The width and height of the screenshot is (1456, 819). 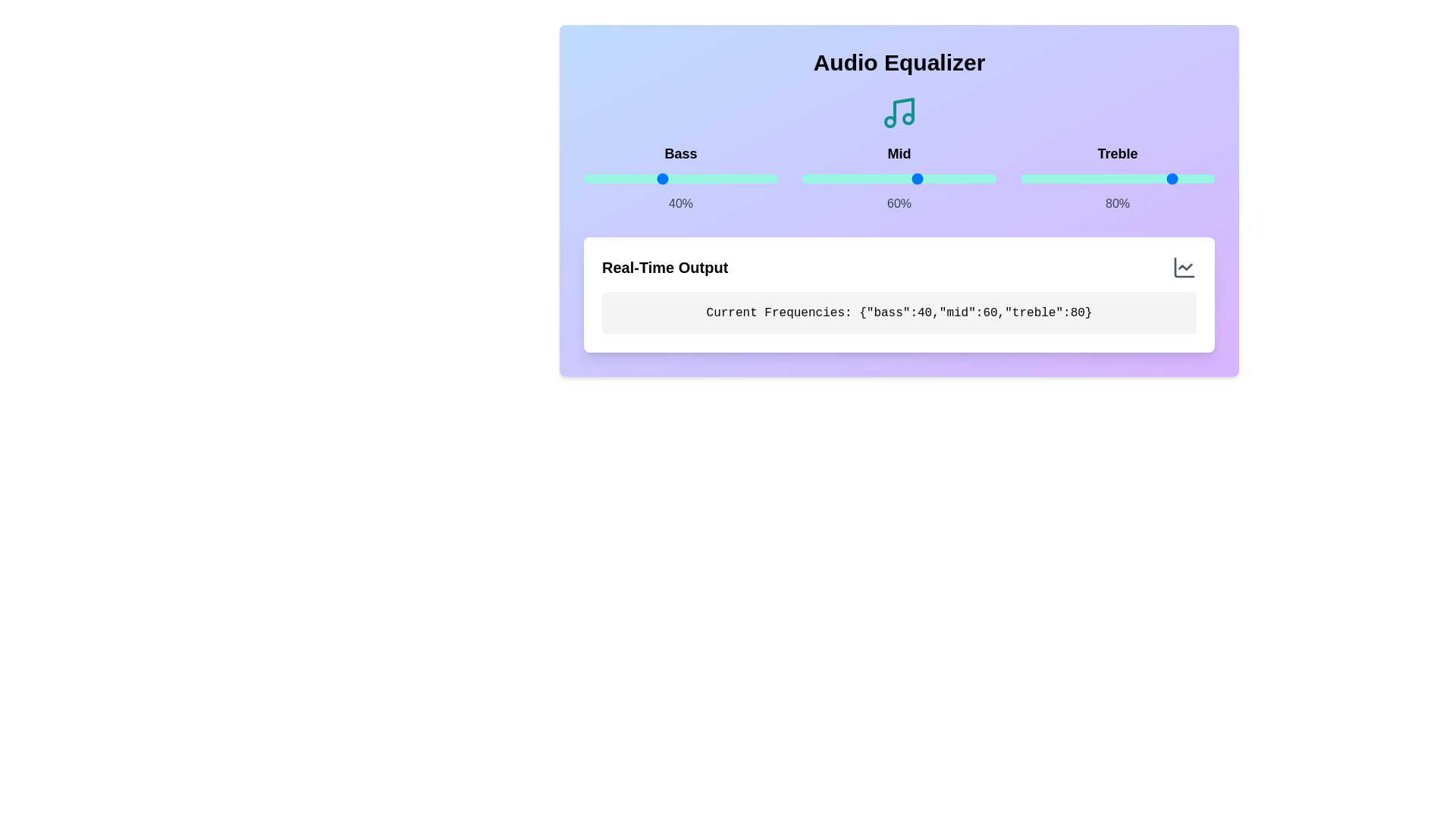 I want to click on header text 'Audio Equalizer' which is a bold, large-sized text centered at the top of a gradient-styled card interface, so click(x=899, y=62).